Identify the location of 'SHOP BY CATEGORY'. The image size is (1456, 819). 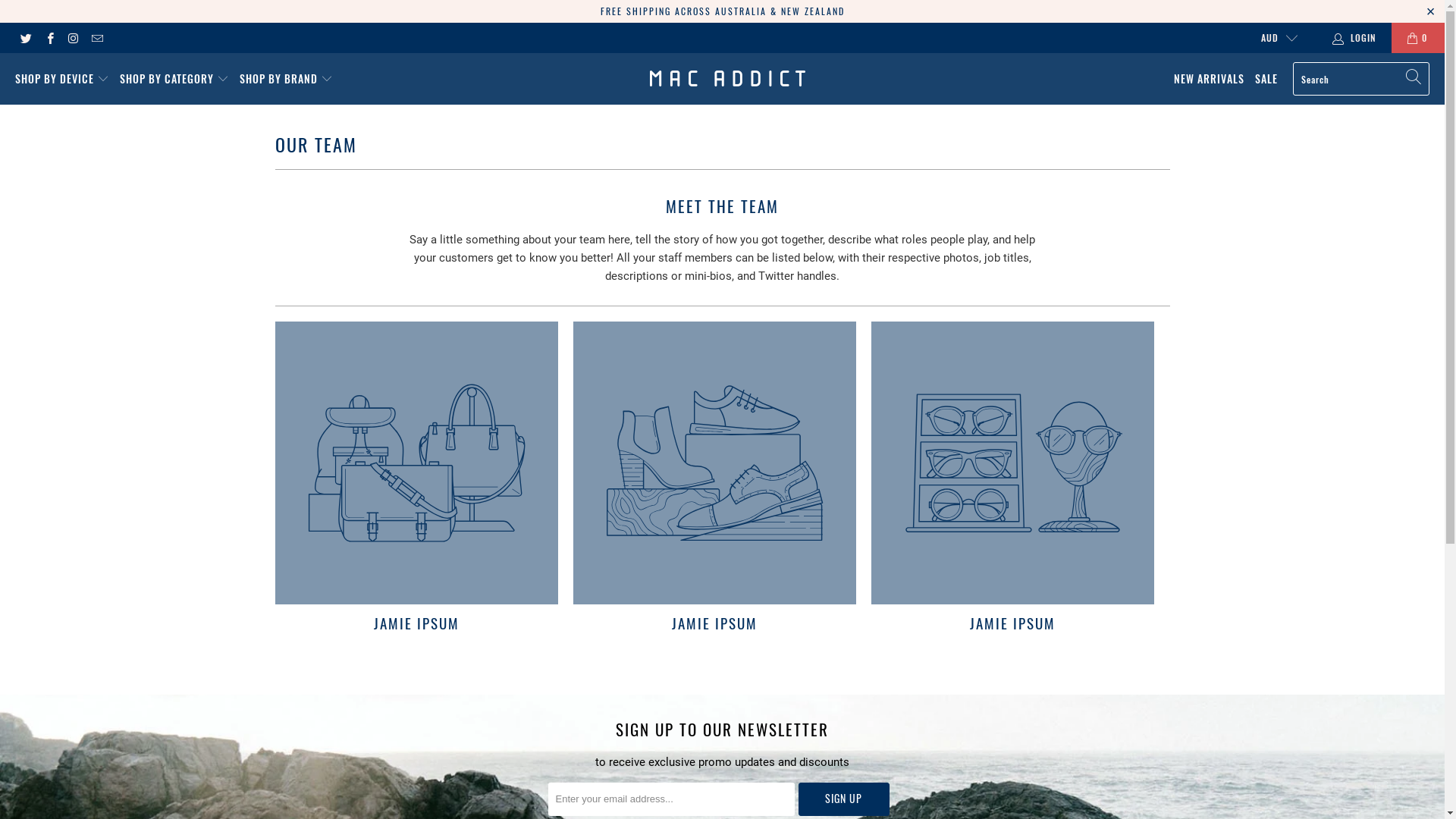
(174, 79).